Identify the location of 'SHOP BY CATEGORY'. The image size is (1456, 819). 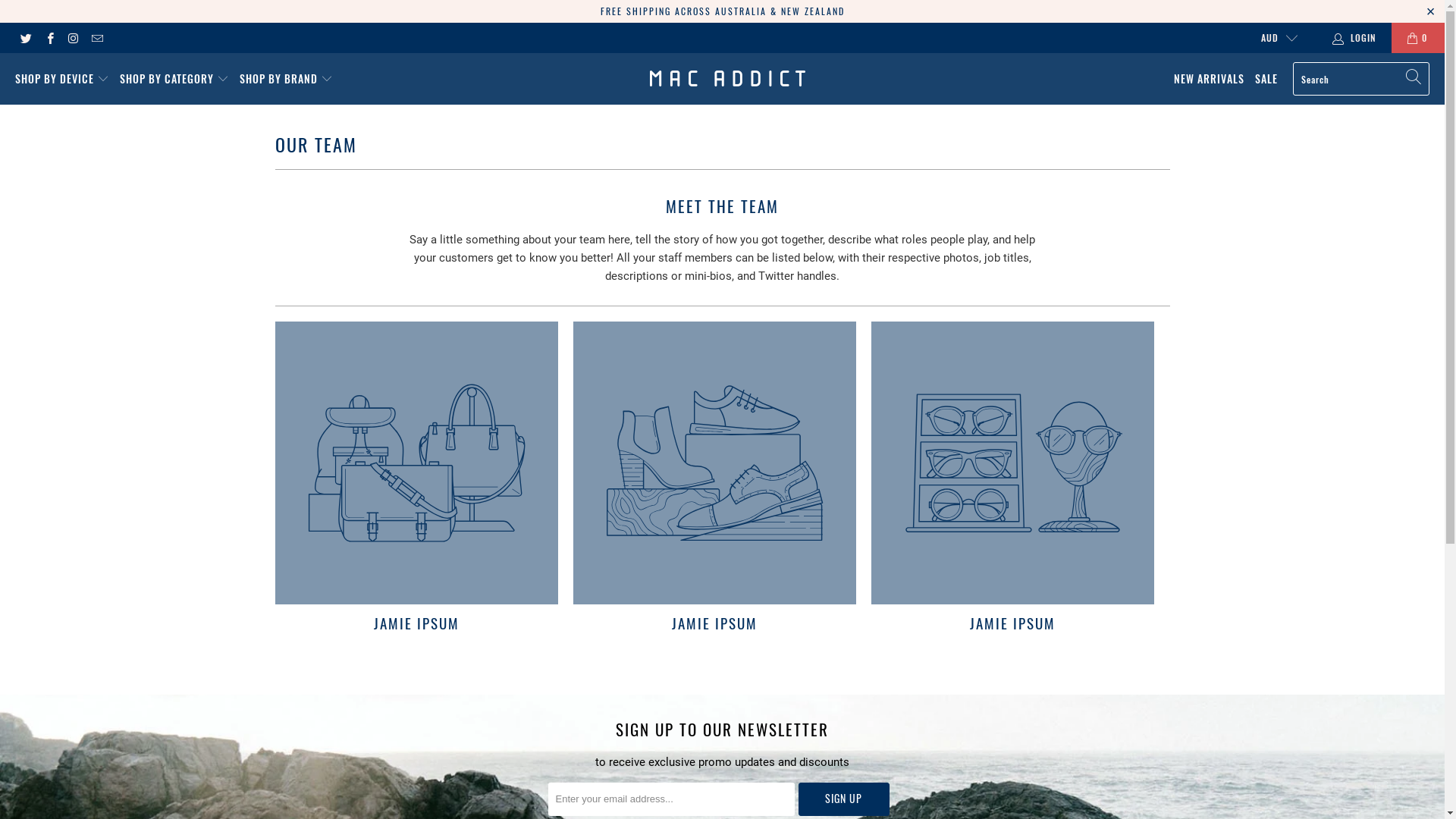
(174, 79).